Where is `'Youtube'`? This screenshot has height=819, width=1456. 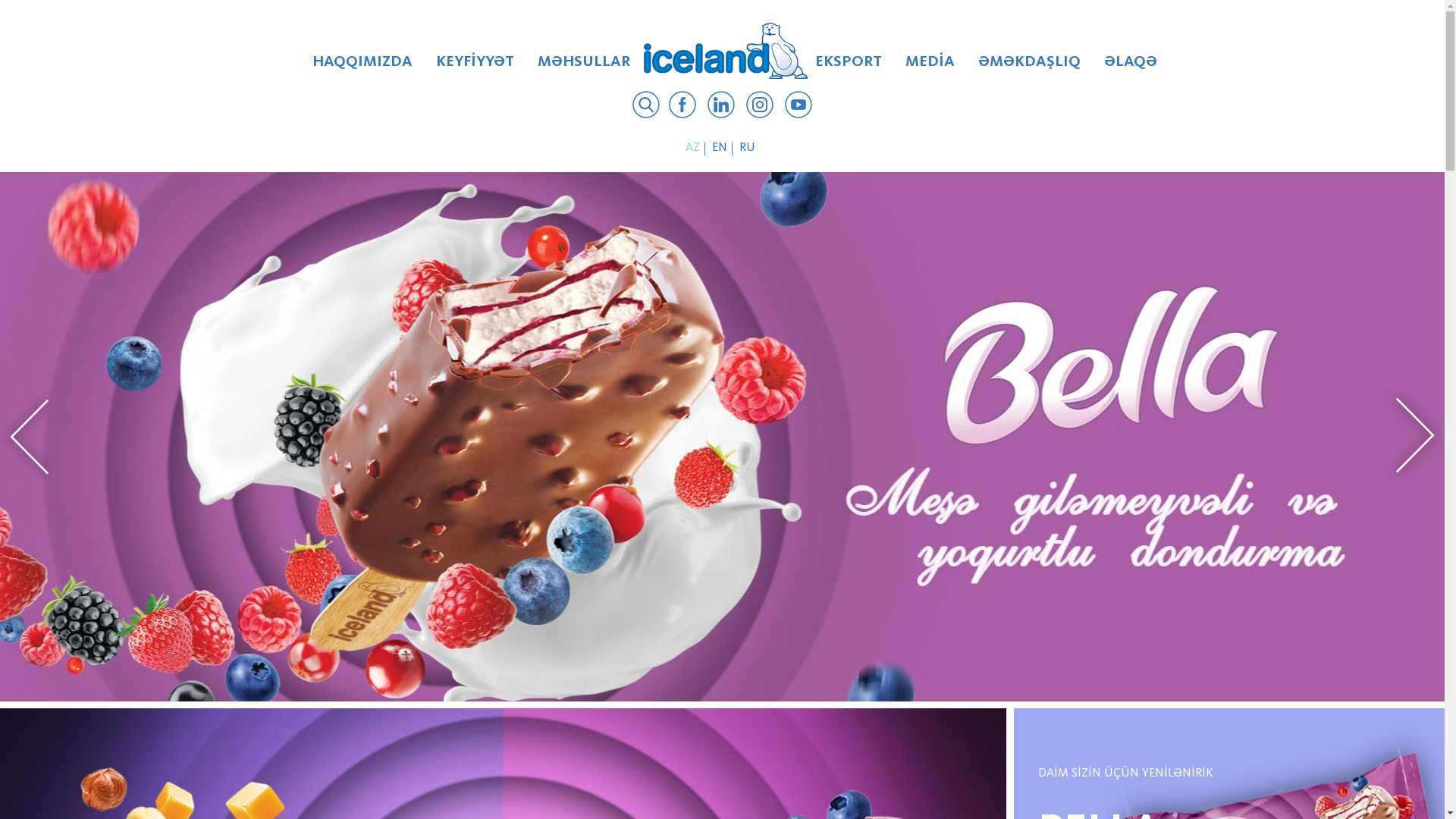 'Youtube' is located at coordinates (797, 106).